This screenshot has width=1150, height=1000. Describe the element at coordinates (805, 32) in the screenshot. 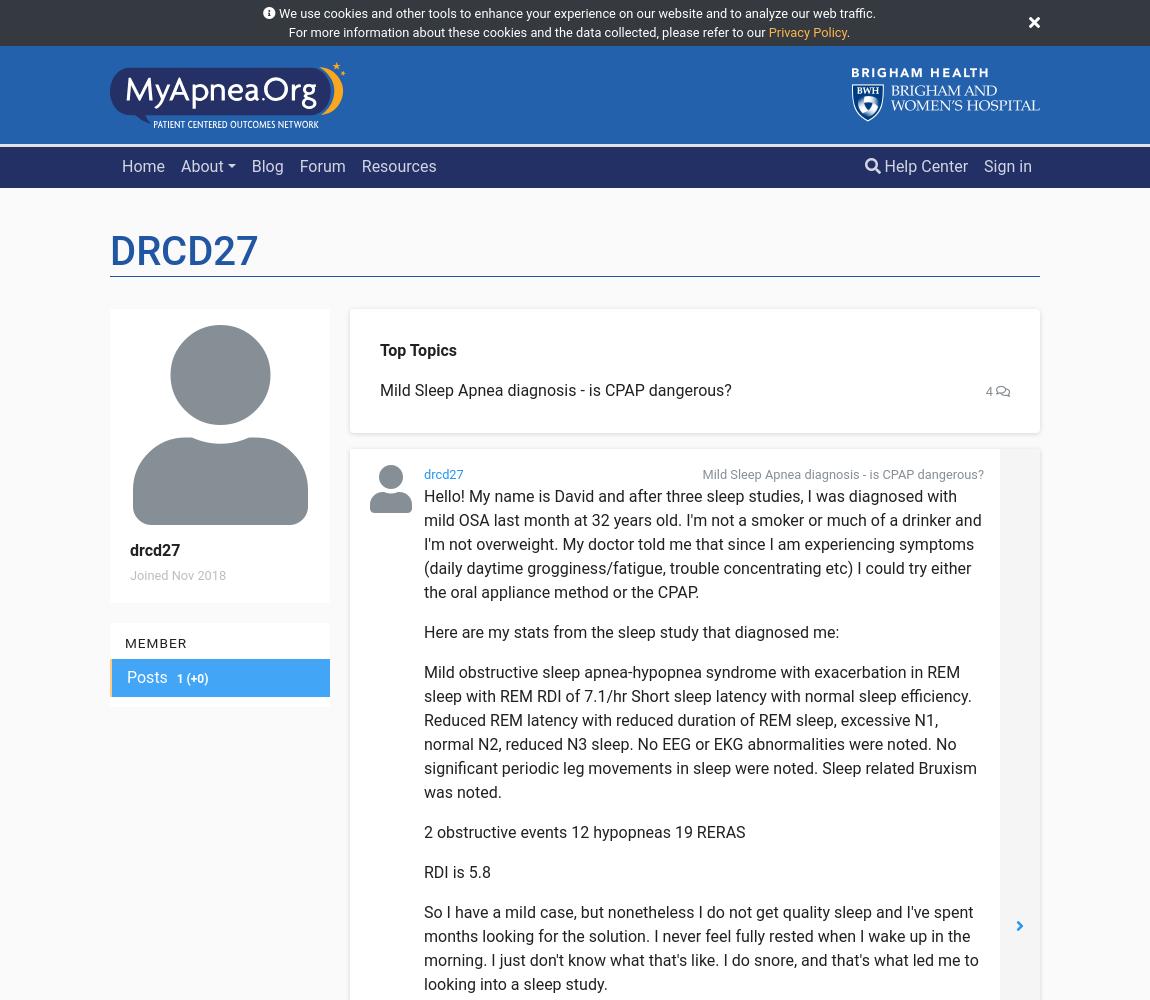

I see `'Privacy Policy'` at that location.